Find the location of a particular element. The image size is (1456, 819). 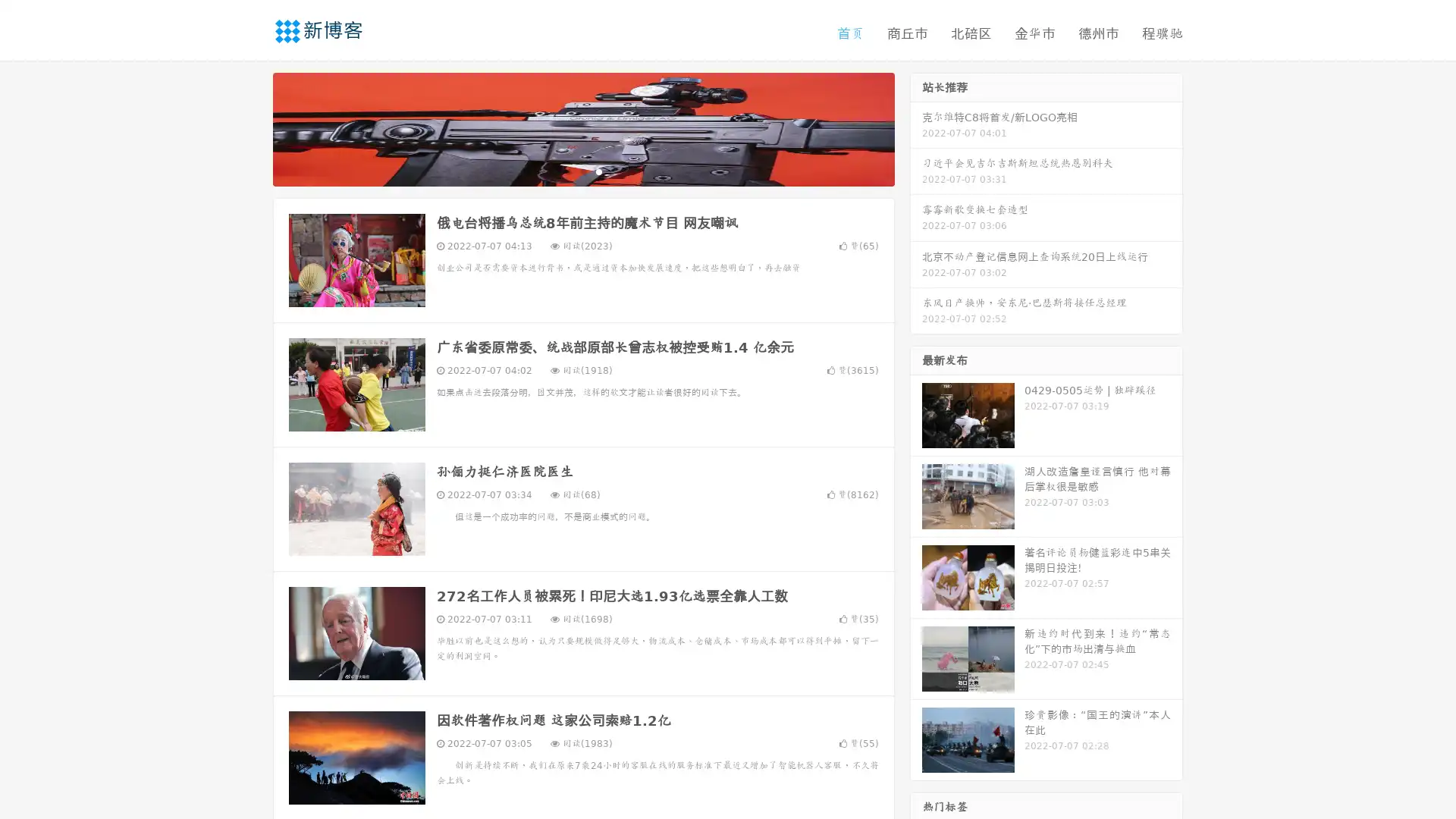

Next slide is located at coordinates (916, 127).